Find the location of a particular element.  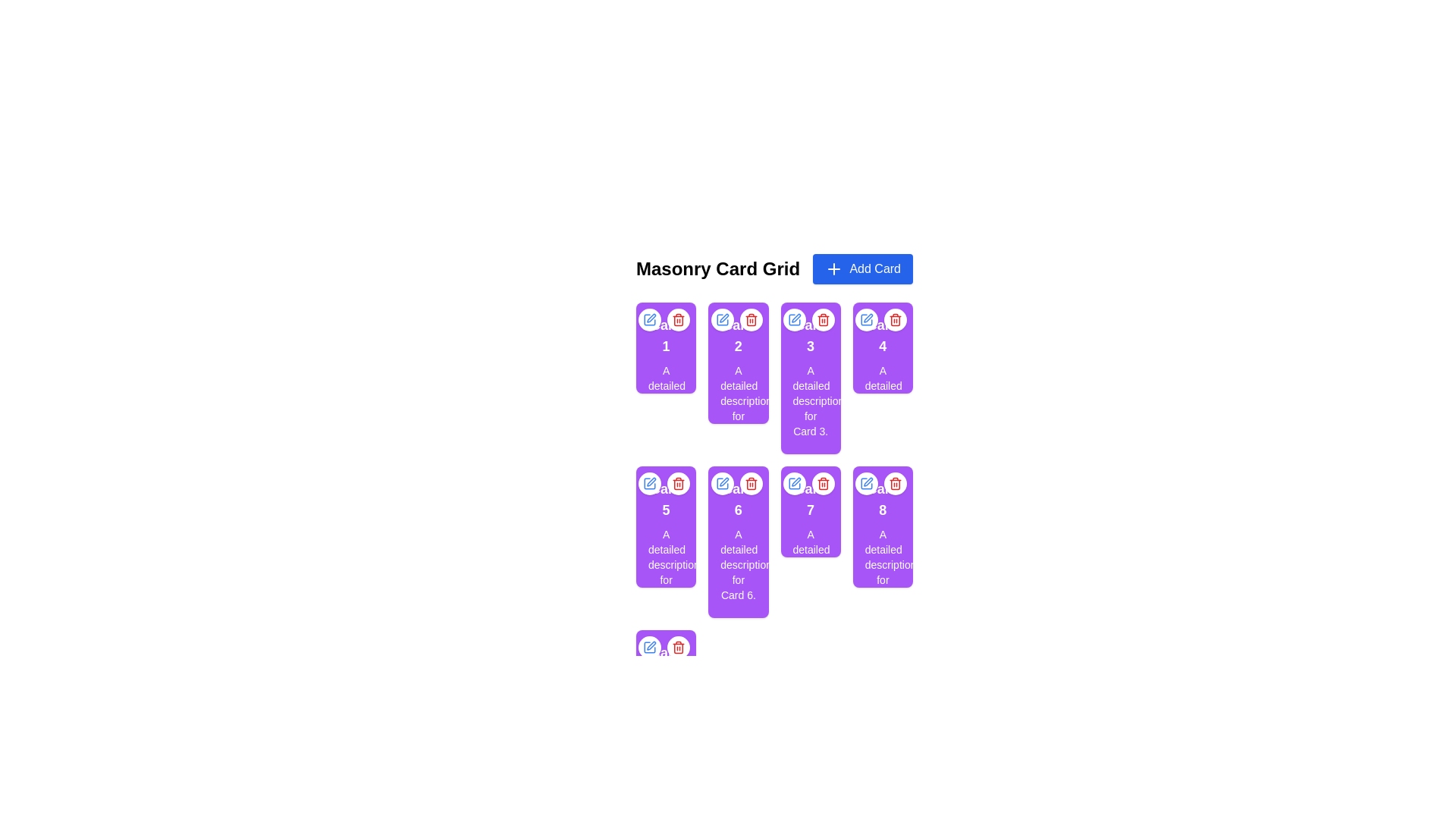

the plus icon located to the left of the 'Add Card' button in the top-right corner of the interface is located at coordinates (833, 268).